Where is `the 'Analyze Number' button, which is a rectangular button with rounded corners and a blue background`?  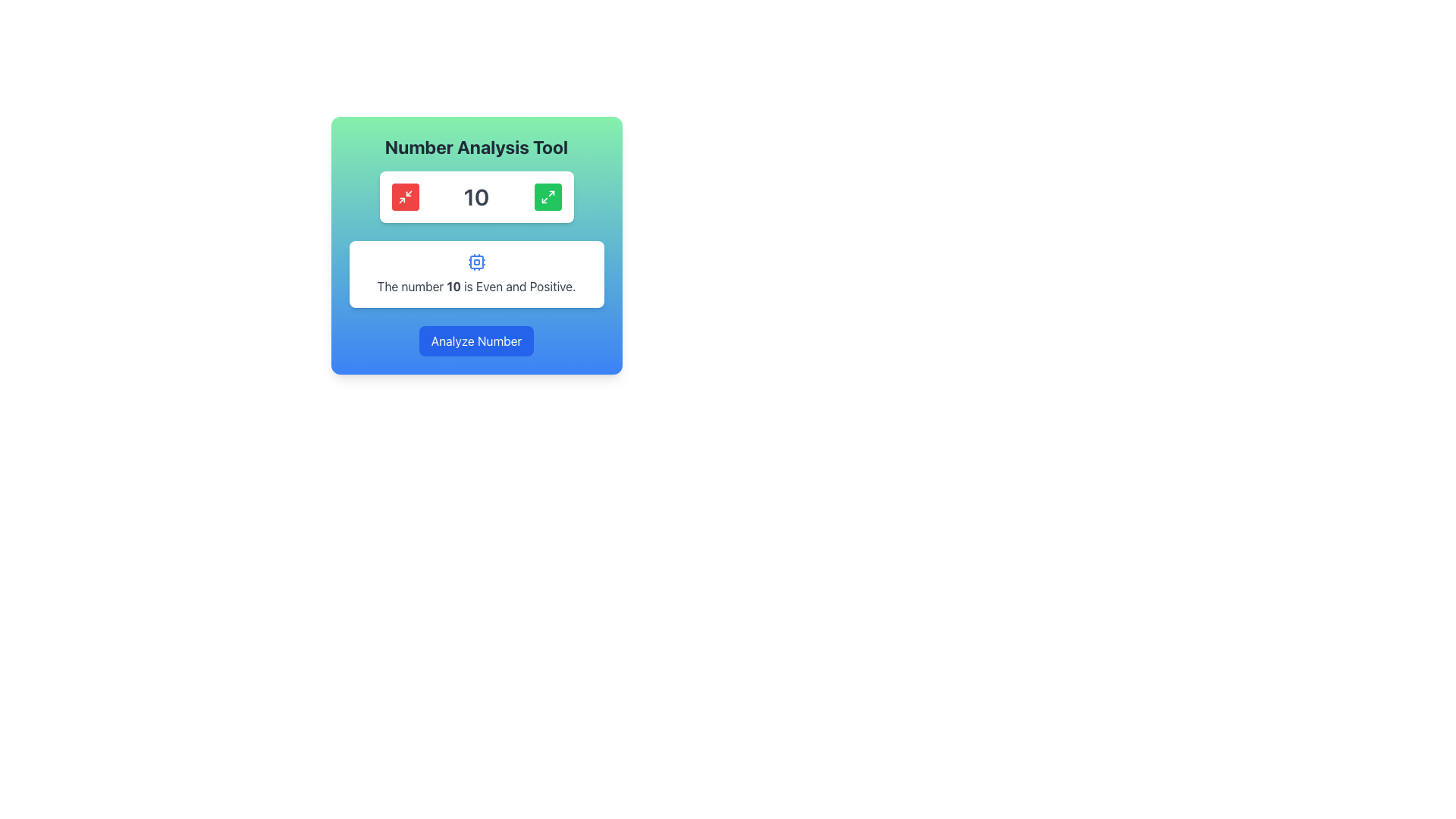
the 'Analyze Number' button, which is a rectangular button with rounded corners and a blue background is located at coordinates (475, 341).